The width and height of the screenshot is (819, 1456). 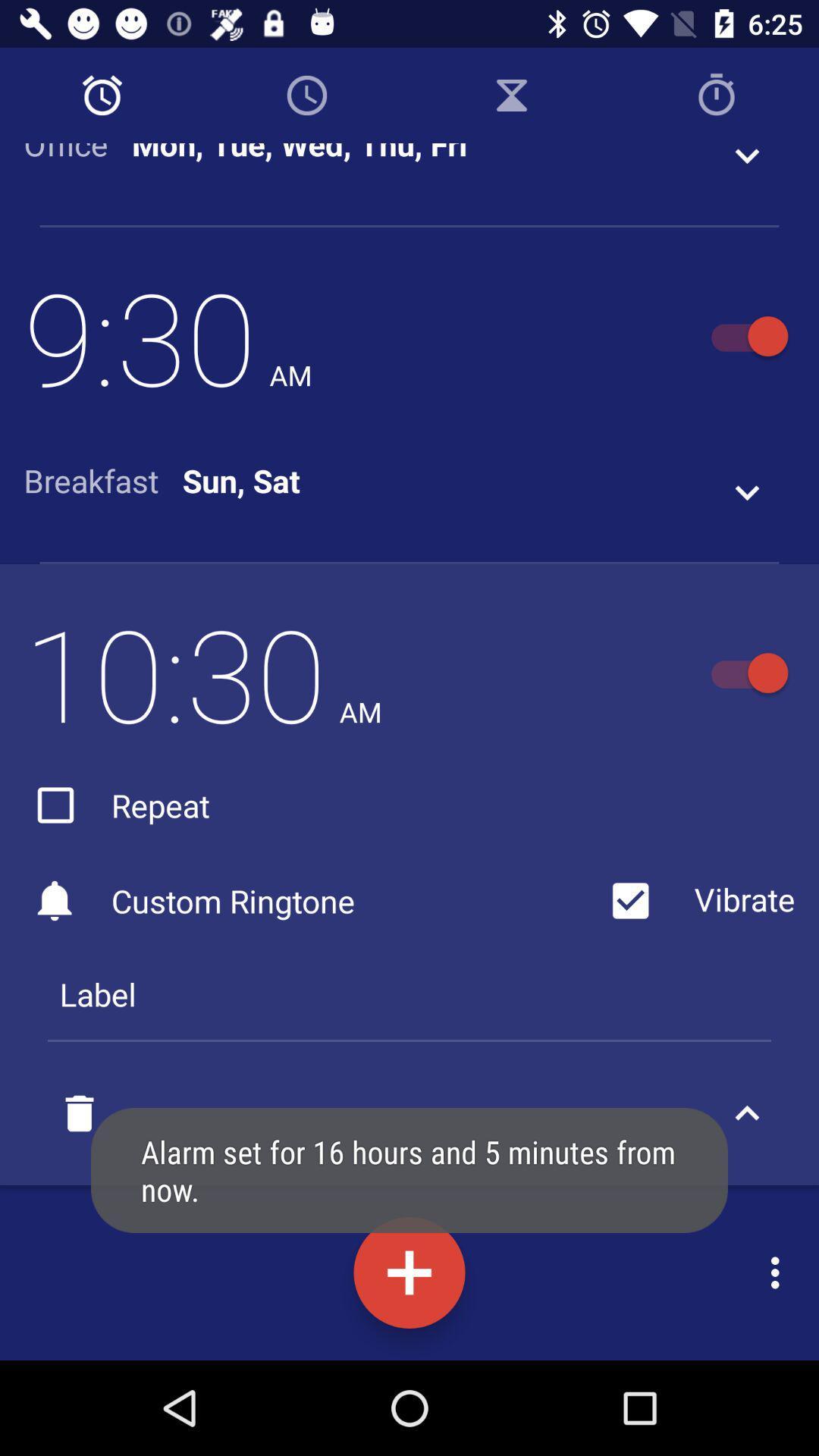 What do you see at coordinates (79, 1113) in the screenshot?
I see `the icon at the bottom left corner` at bounding box center [79, 1113].